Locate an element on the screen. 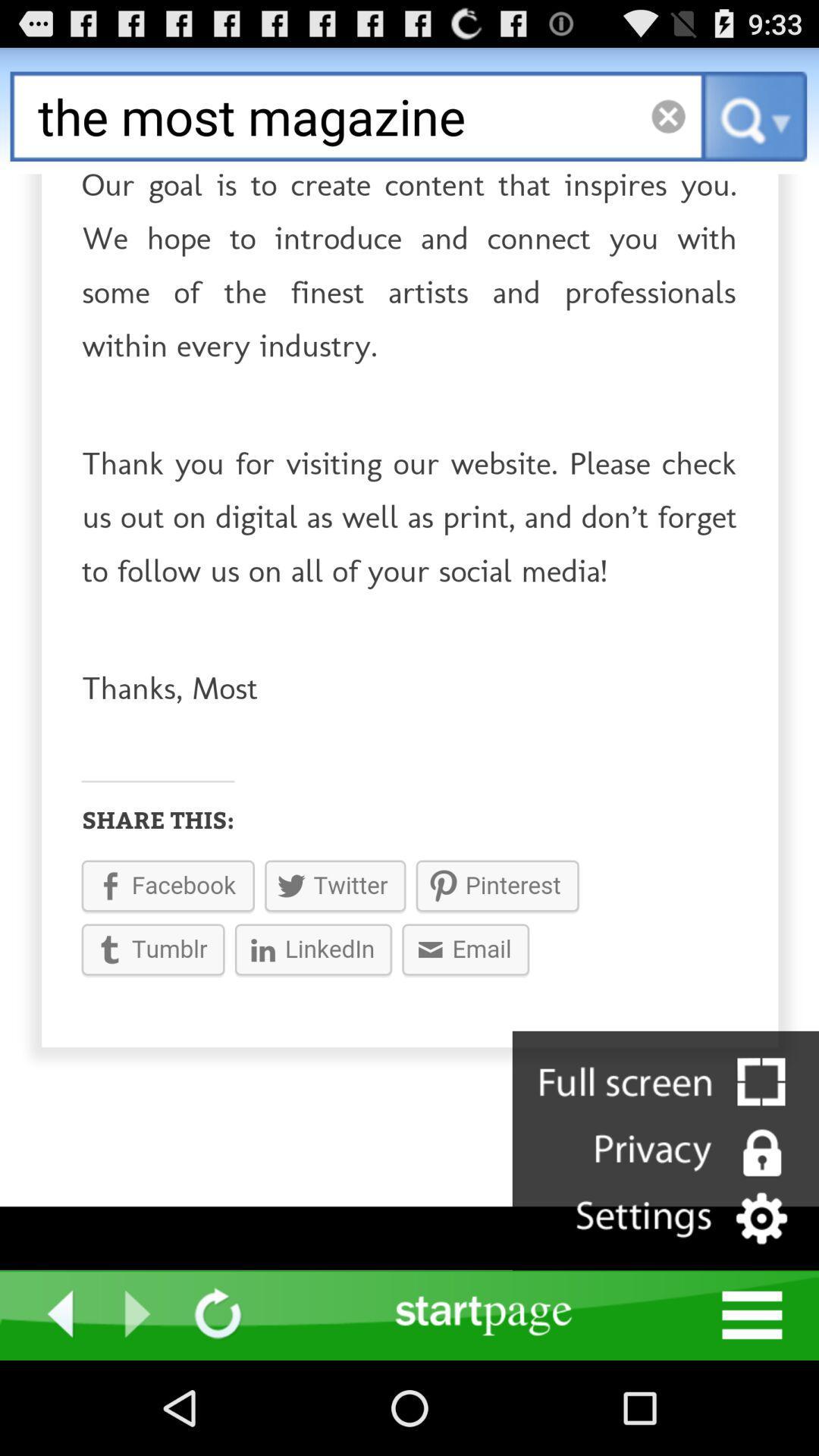 This screenshot has width=819, height=1456. the videocam icon is located at coordinates (664, 1159).